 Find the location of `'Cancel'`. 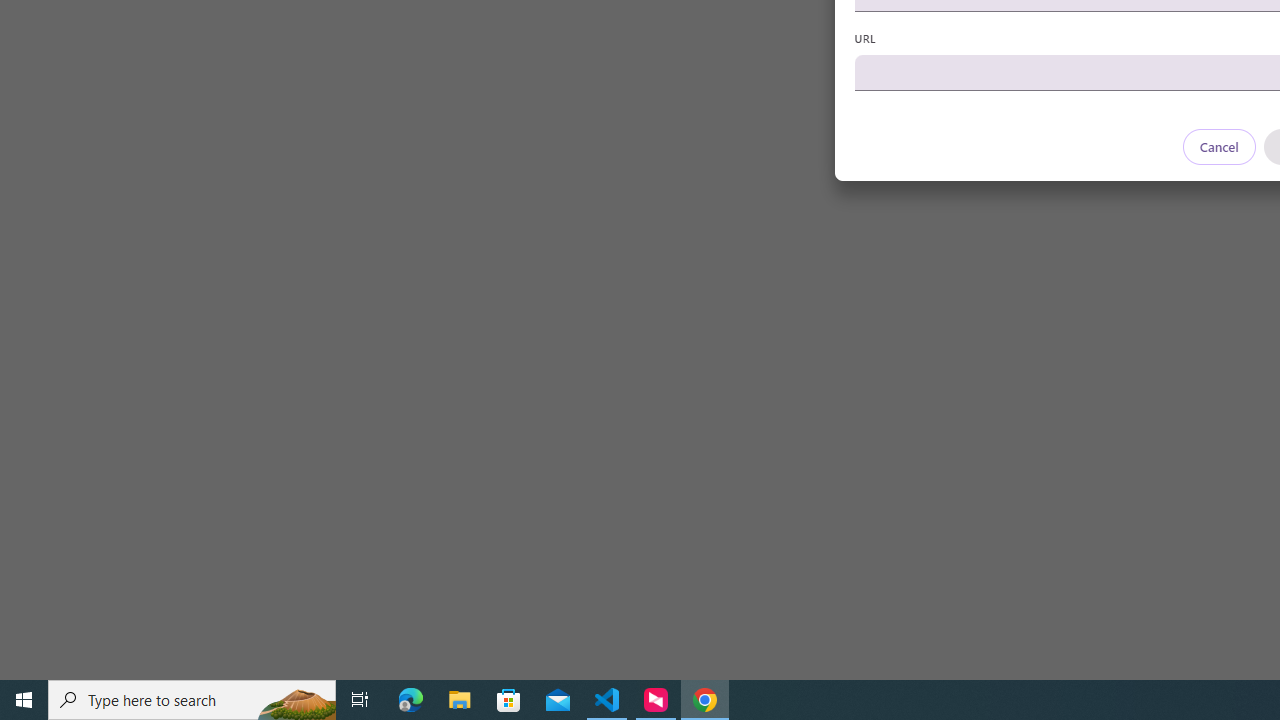

'Cancel' is located at coordinates (1217, 145).